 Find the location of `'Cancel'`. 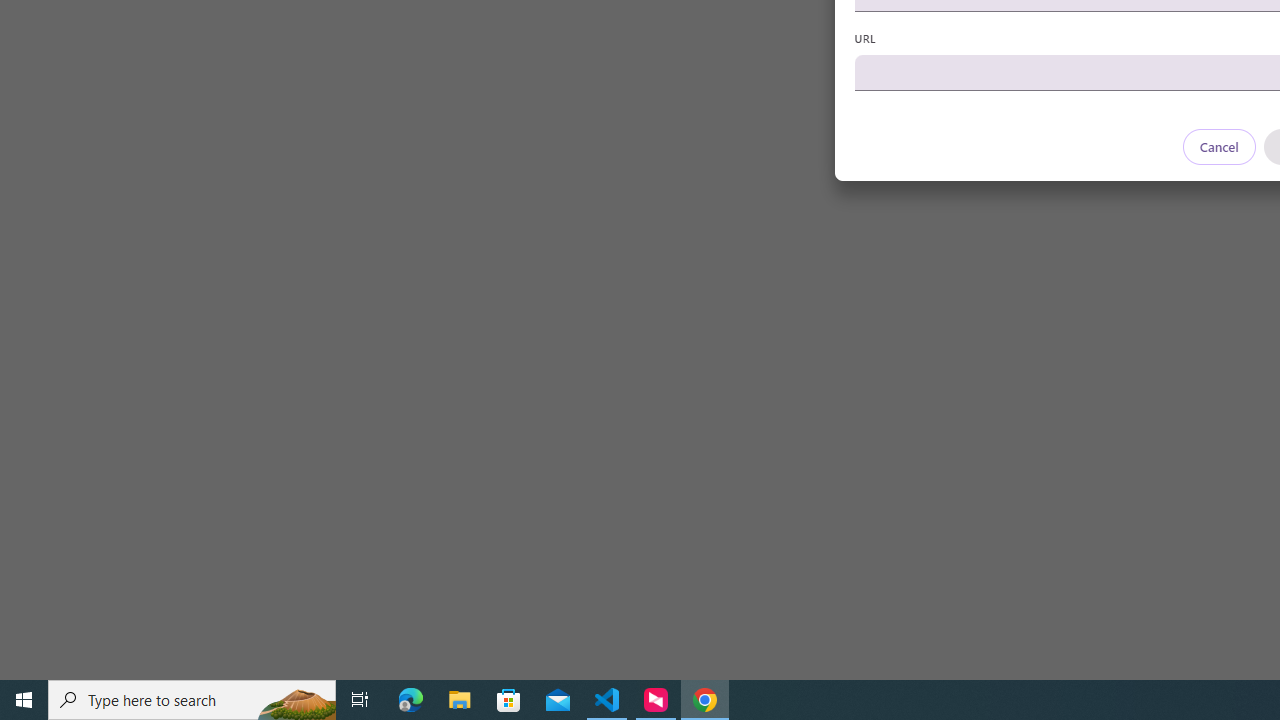

'Cancel' is located at coordinates (1217, 145).